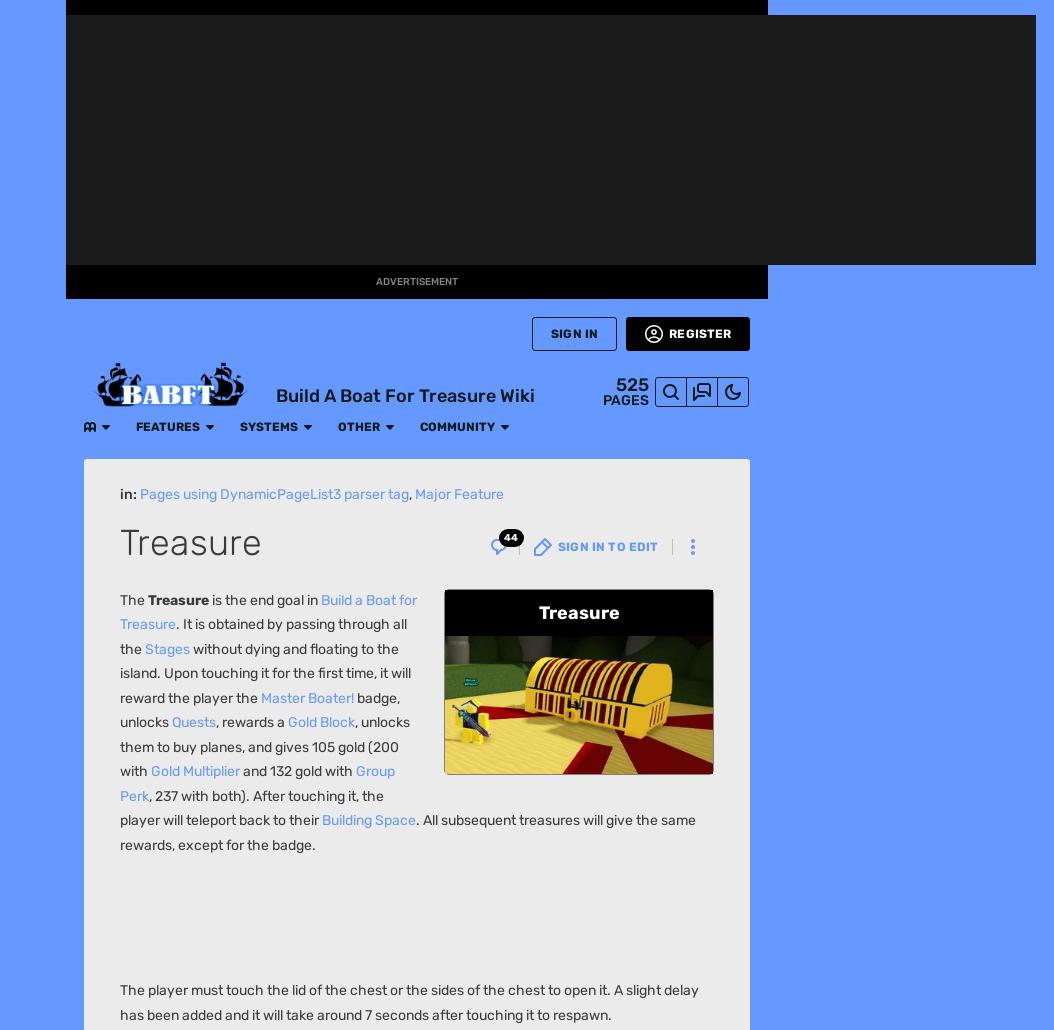 The width and height of the screenshot is (1054, 1030). I want to click on 'Systems', so click(202, 22).